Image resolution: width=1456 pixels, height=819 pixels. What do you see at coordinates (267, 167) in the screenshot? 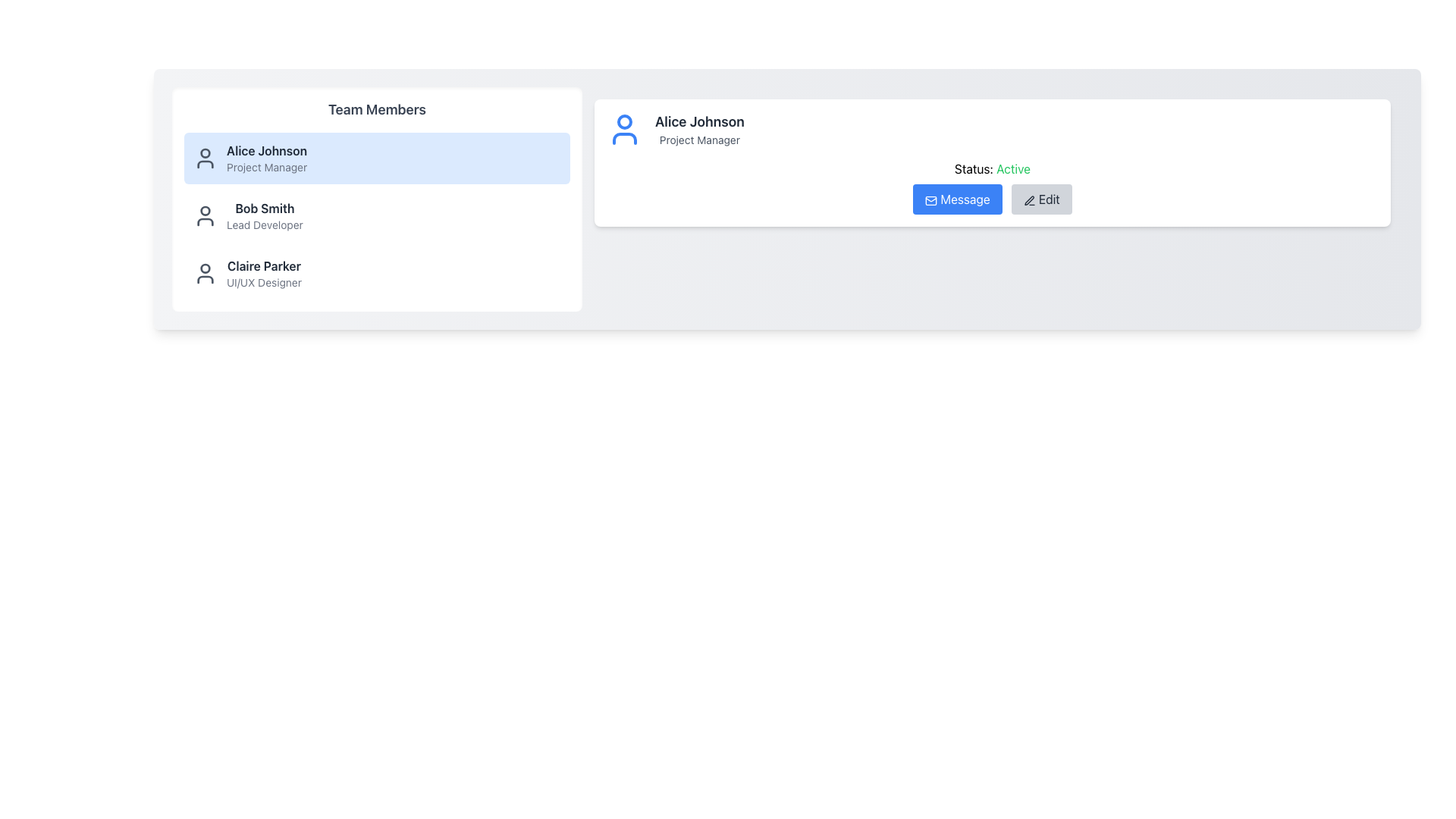
I see `the text label that describes 'Project Manager' for the team member 'Alice Johnson', which is styled in gray and positioned below the name within the highlighted list item in the 'Team Members' section` at bounding box center [267, 167].